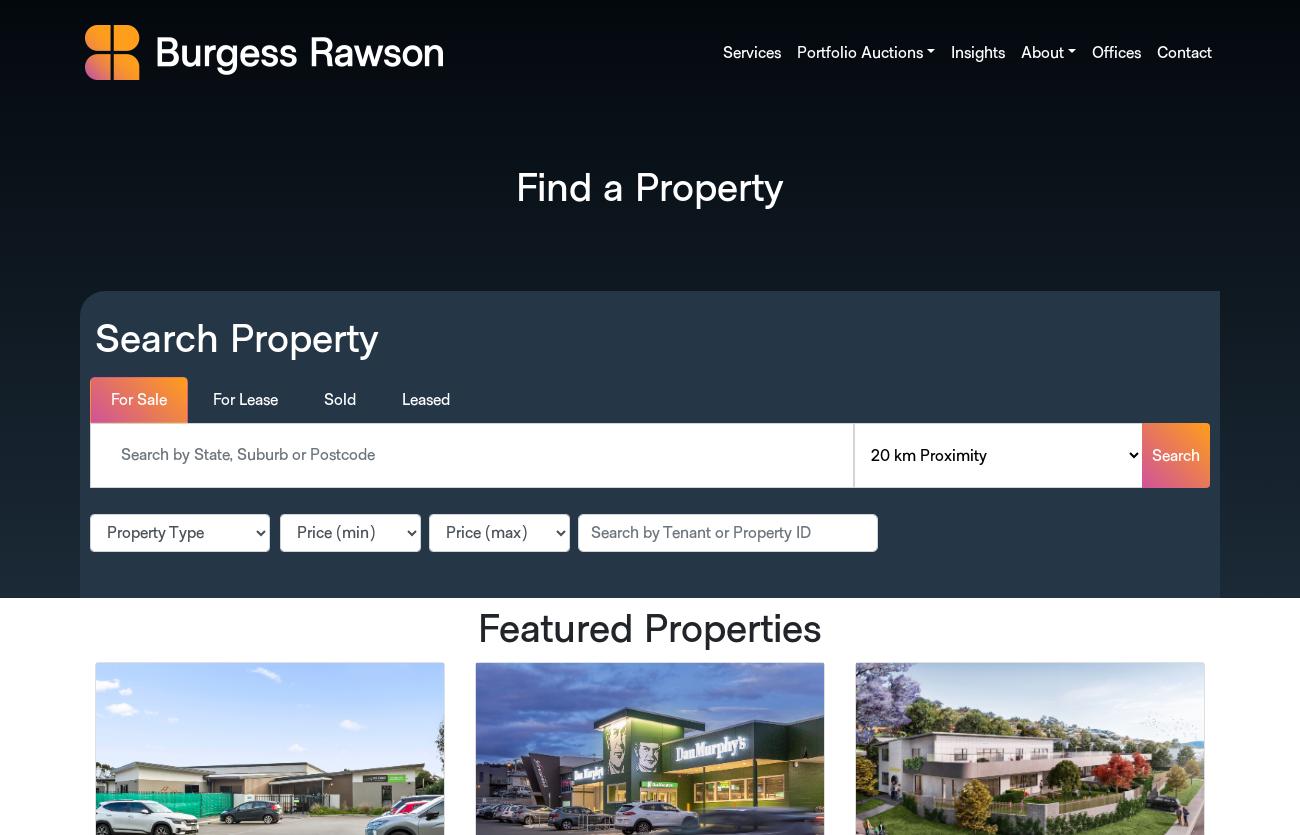 The width and height of the screenshot is (1300, 835). I want to click on 'Leased', so click(426, 399).